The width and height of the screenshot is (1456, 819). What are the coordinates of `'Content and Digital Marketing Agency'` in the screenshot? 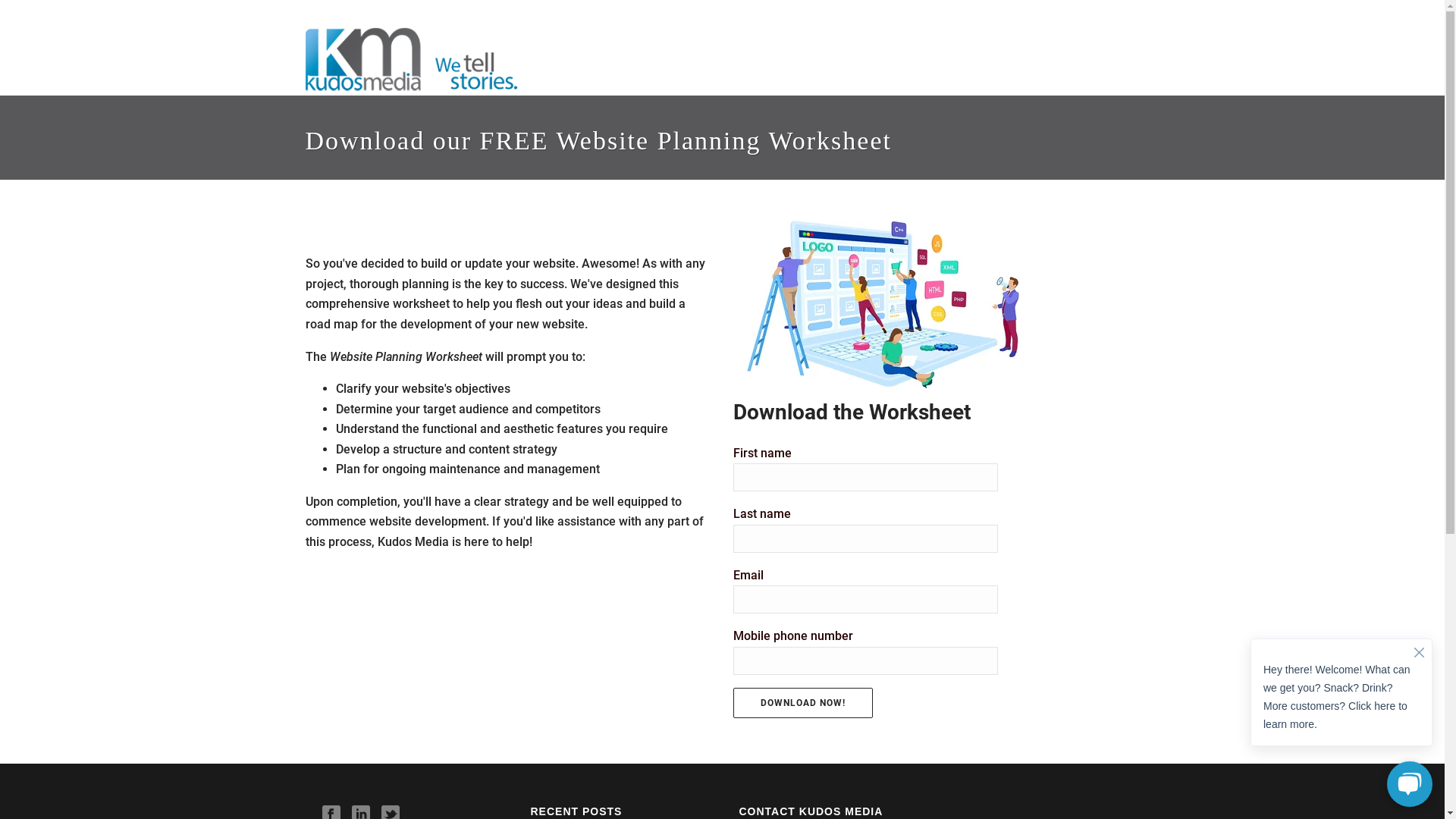 It's located at (421, 60).